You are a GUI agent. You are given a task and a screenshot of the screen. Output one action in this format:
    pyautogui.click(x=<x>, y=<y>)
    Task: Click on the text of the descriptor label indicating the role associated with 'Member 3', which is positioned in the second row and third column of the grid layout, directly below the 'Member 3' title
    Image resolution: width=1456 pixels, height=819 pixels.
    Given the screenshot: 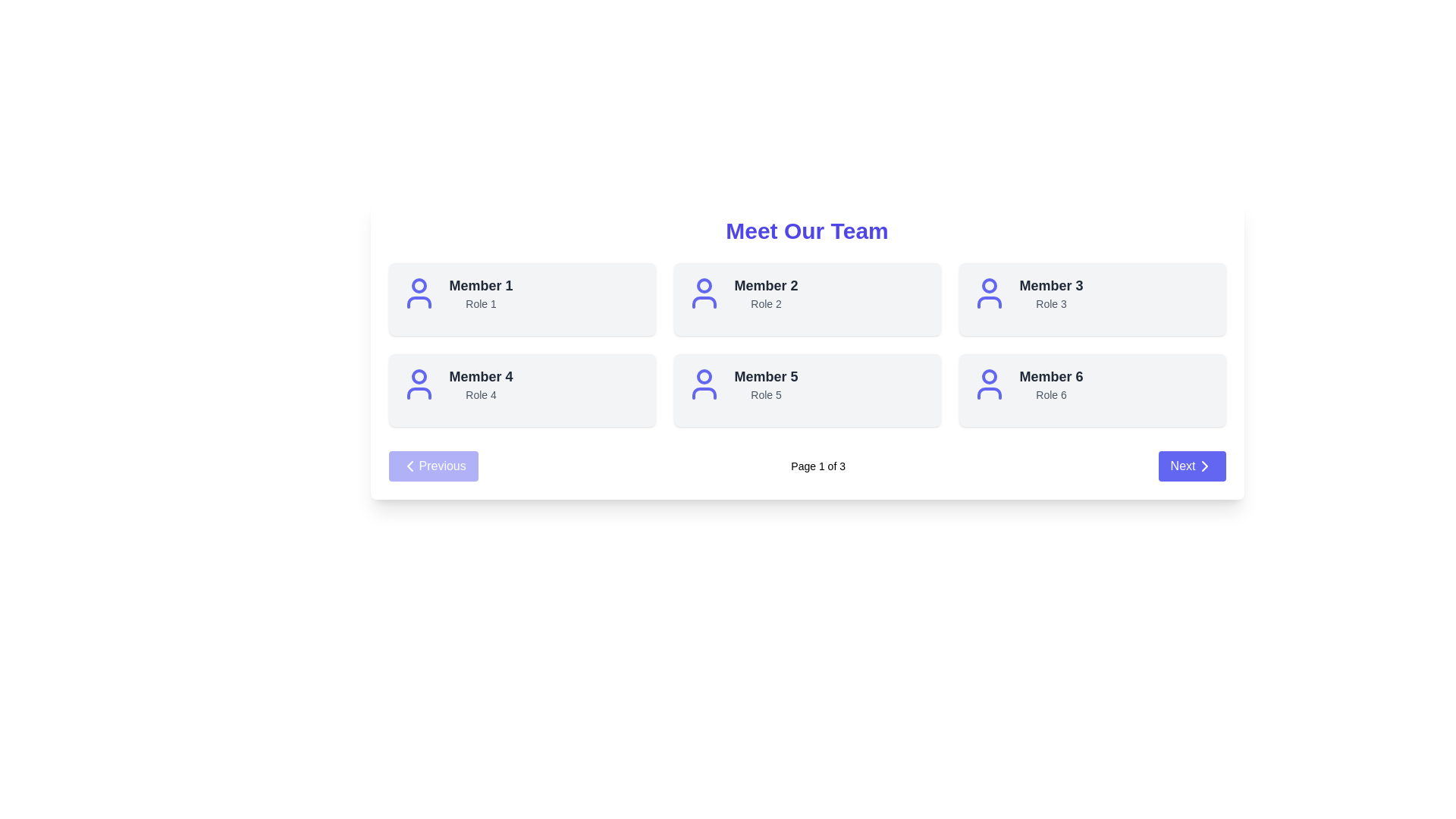 What is the action you would take?
    pyautogui.click(x=1050, y=304)
    